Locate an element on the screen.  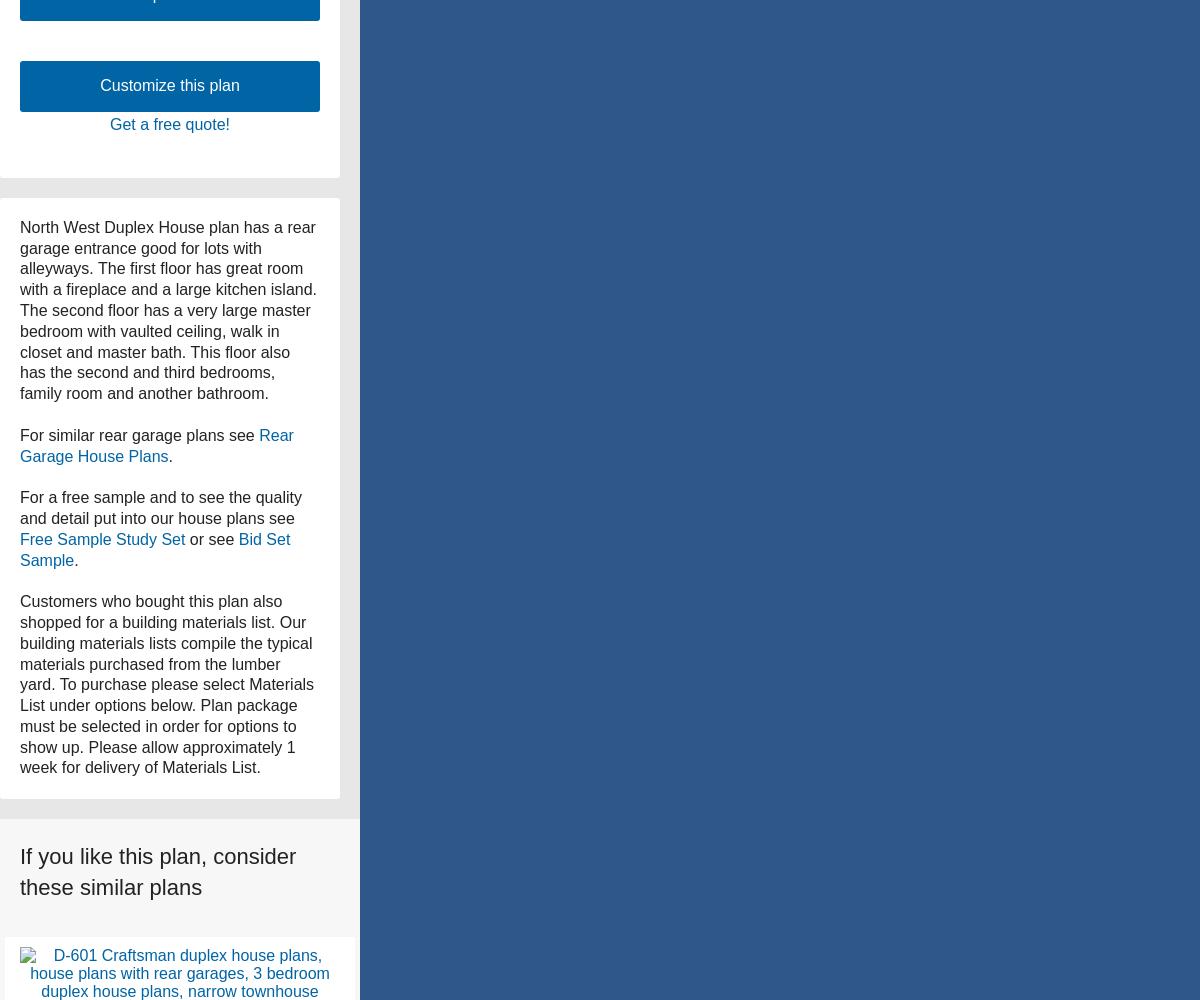
'North West Duplex House plan has a rear garage entrance good for lots with alleyways. The first floor has great room with a fireplace and a large kitchen island. The second floor has a very large master bedroom with vaulted ceiling, walk in closet and master bath. This floor also has the second and third bedrooms, family room and another bathroom.' is located at coordinates (20, 310).